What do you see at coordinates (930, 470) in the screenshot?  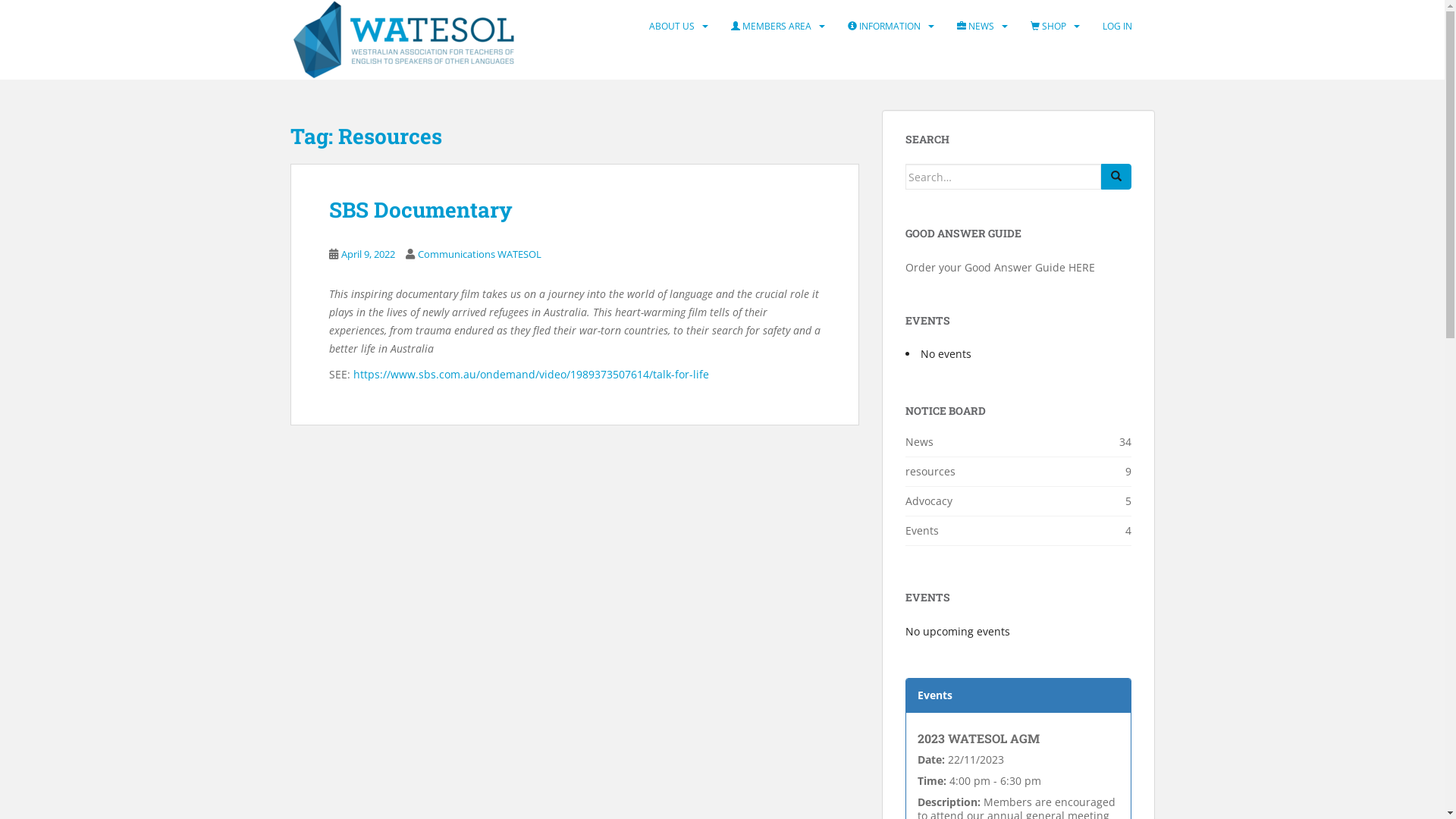 I see `'resources'` at bounding box center [930, 470].